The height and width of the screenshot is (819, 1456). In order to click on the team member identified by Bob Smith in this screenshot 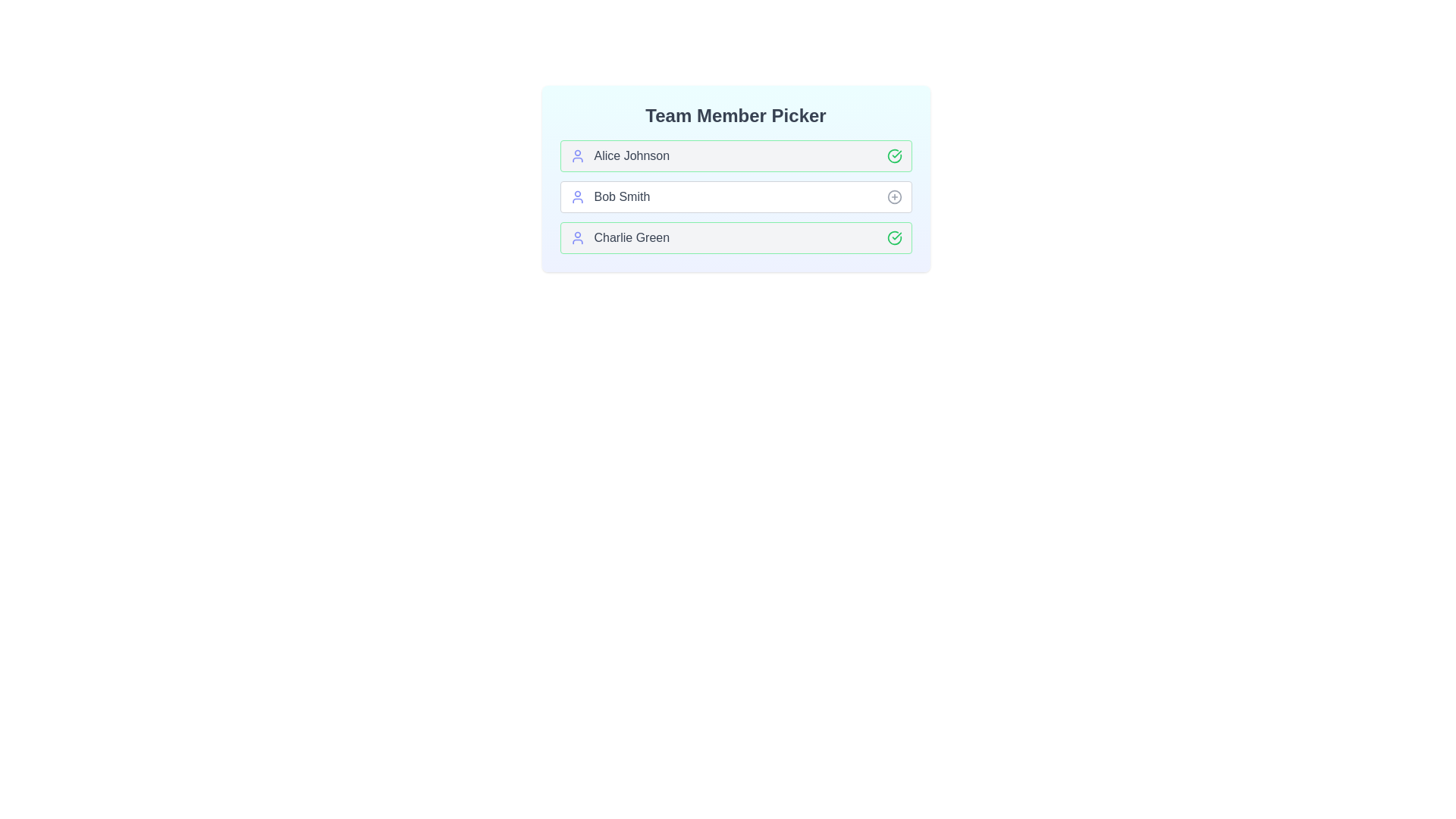, I will do `click(894, 196)`.